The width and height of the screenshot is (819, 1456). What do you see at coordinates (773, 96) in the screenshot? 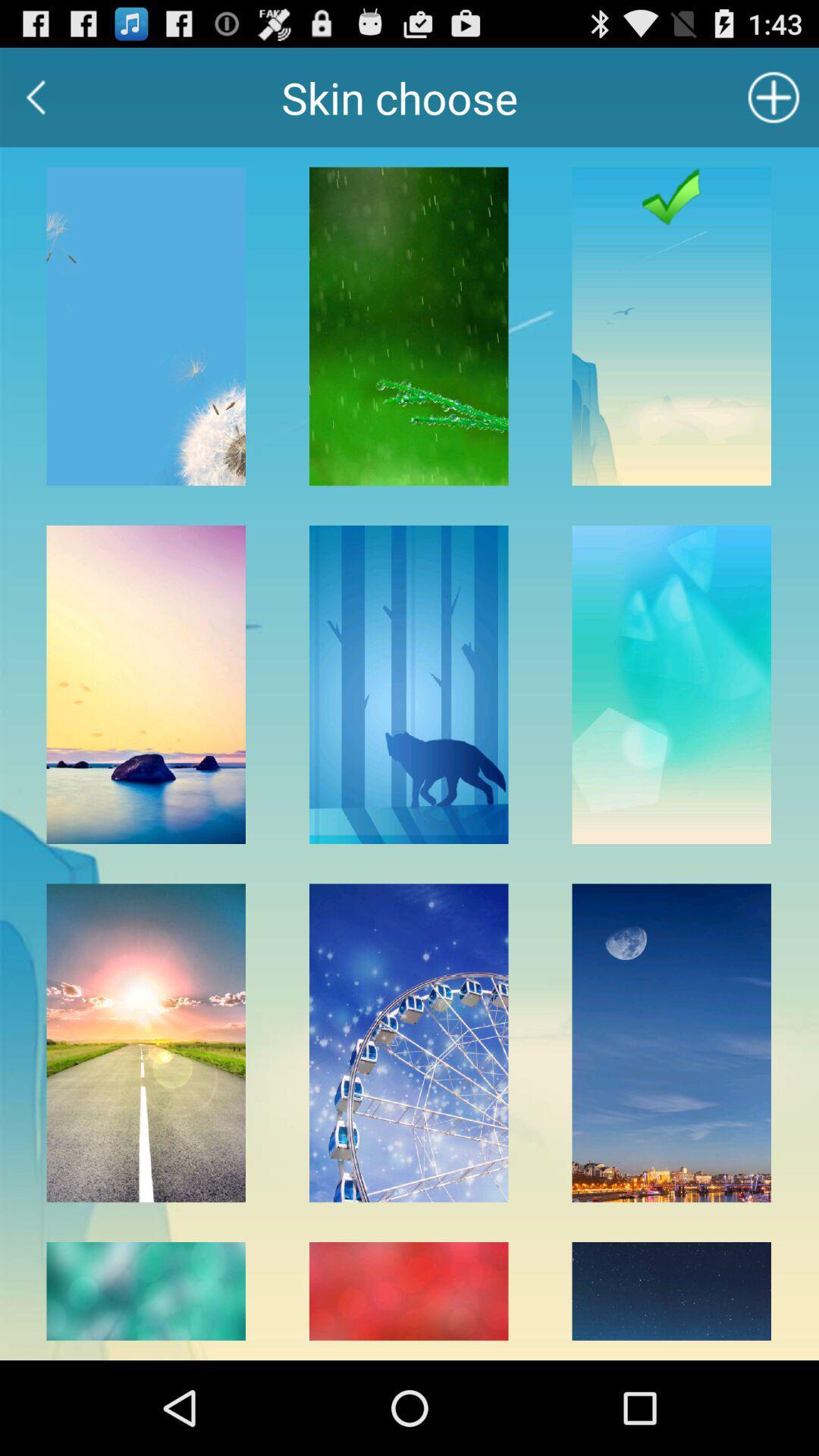
I see `icon next to skin choose` at bounding box center [773, 96].